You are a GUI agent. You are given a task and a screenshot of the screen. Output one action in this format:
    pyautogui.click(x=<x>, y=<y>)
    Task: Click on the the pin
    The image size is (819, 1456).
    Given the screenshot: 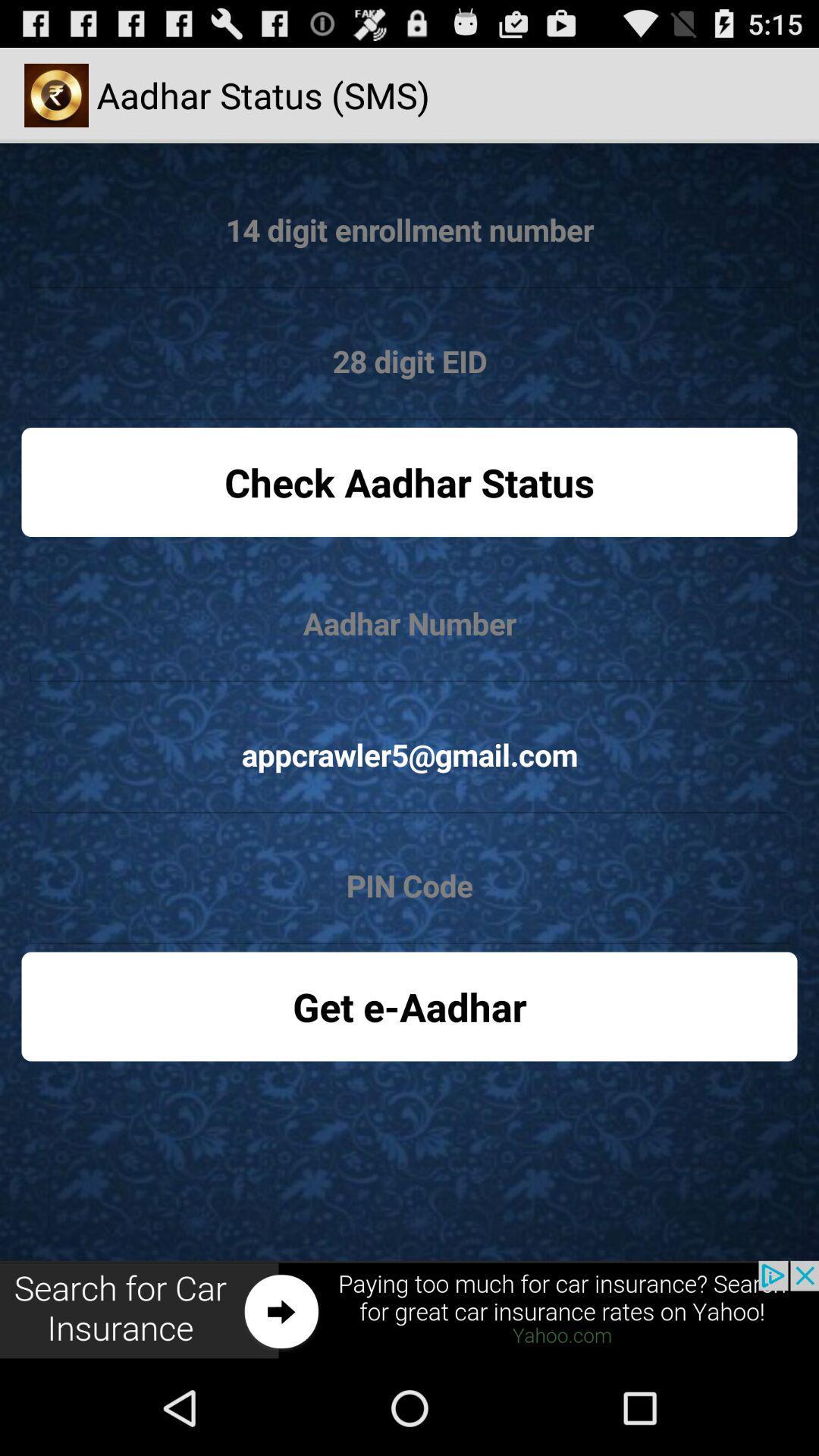 What is the action you would take?
    pyautogui.click(x=409, y=886)
    